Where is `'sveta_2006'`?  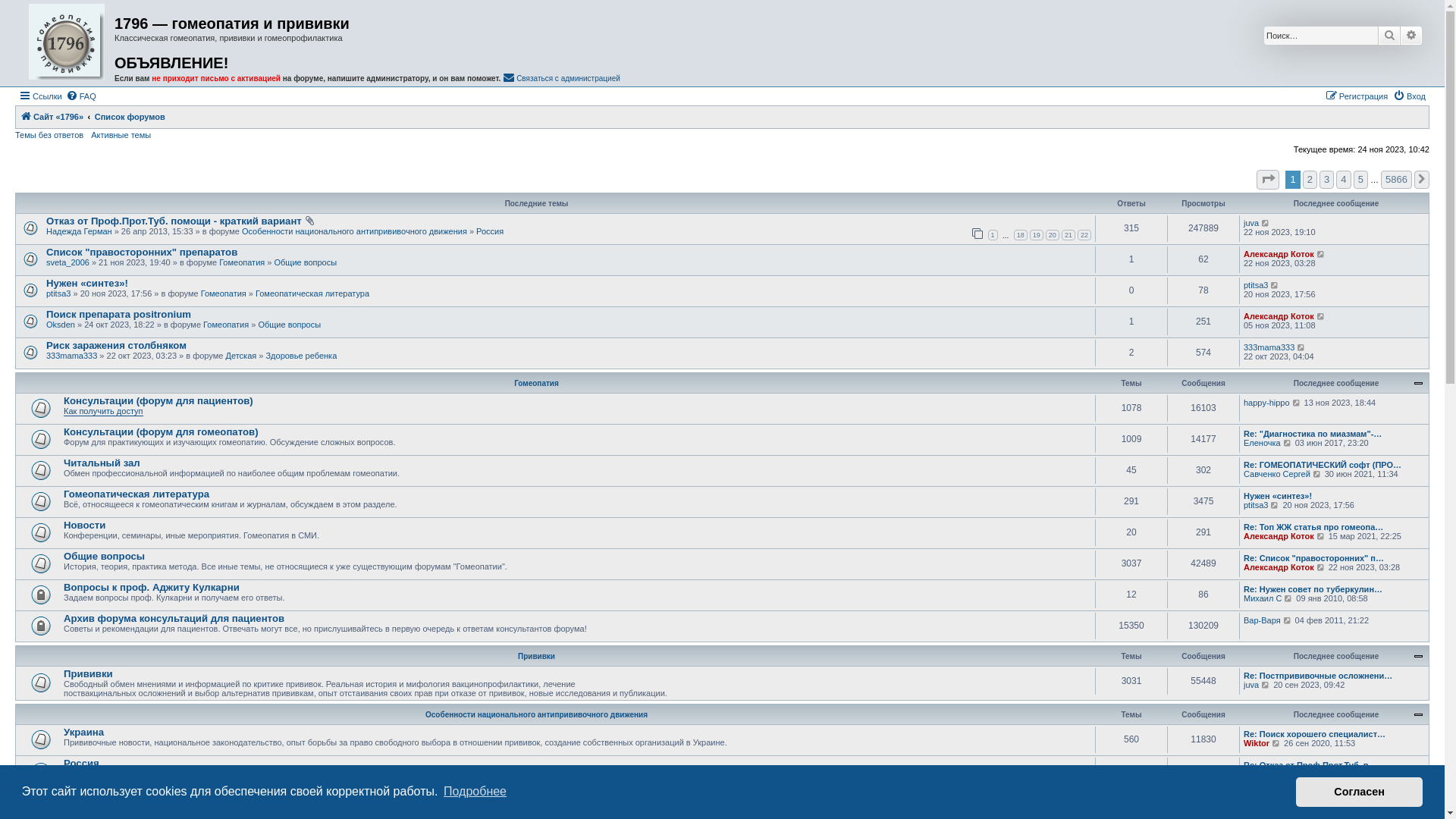
'sveta_2006' is located at coordinates (67, 262).